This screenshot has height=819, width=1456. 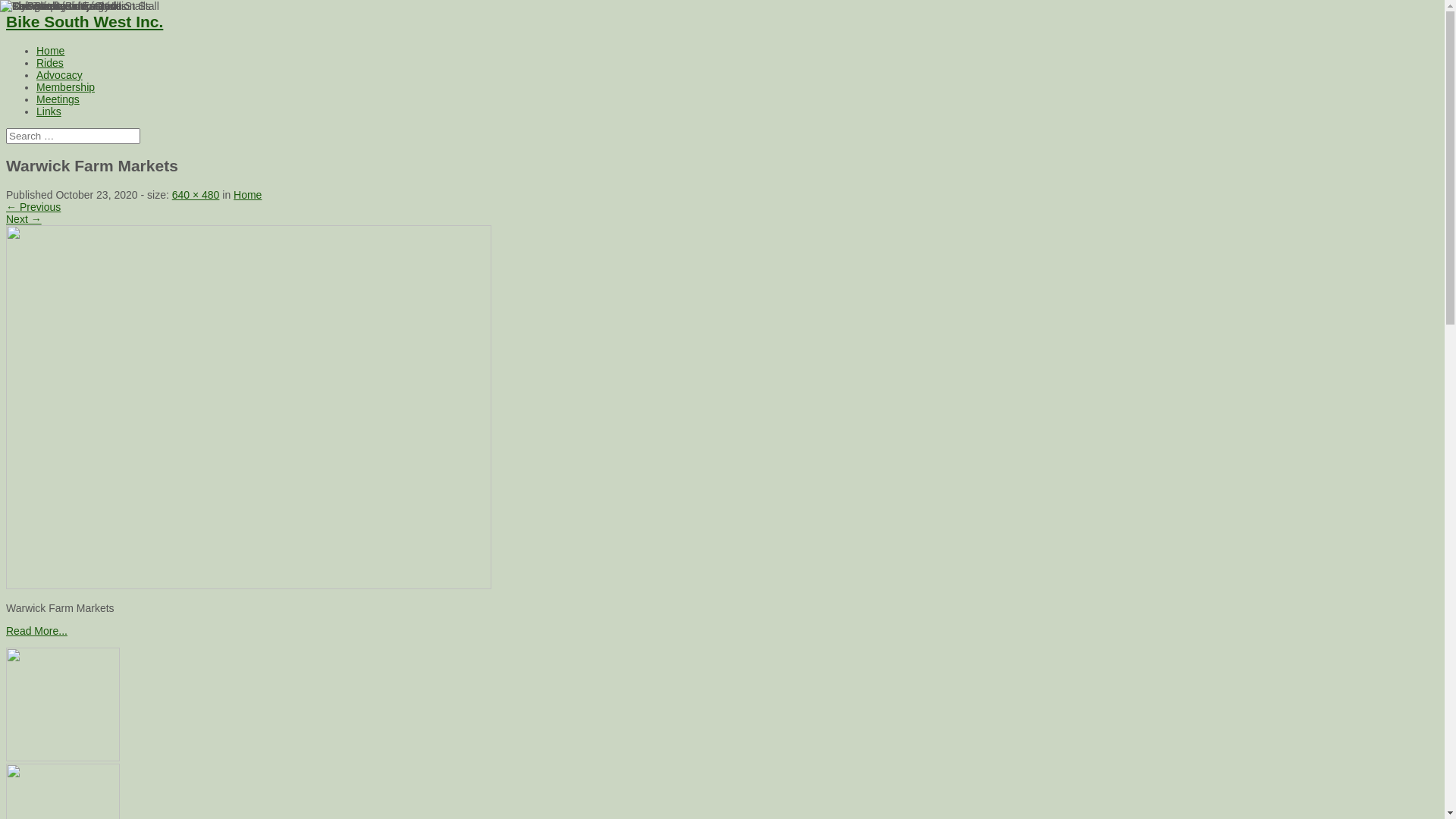 I want to click on 'Home', so click(x=50, y=49).